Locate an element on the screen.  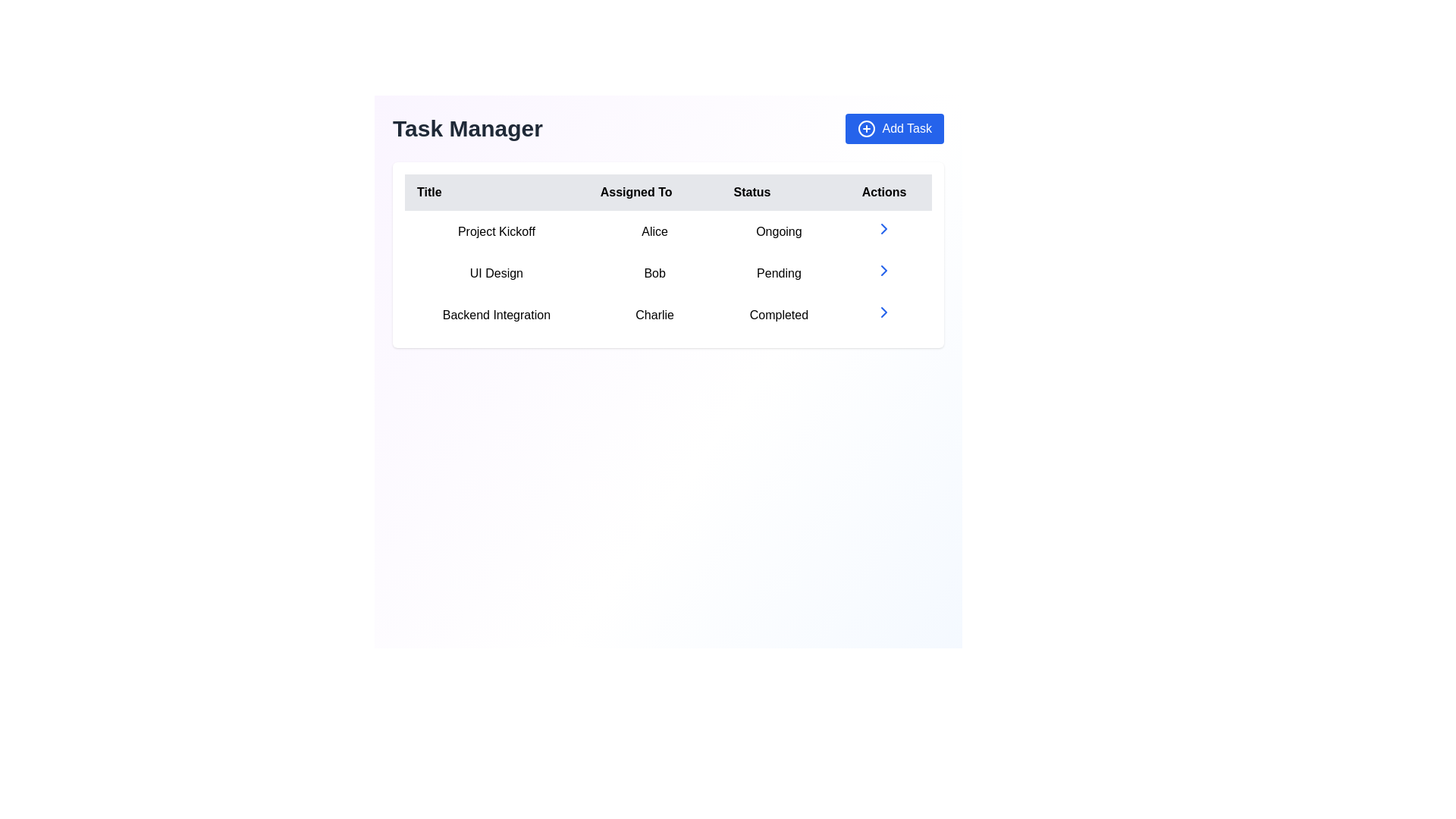
the 'Add Task' button located at the top-right corner of the interface, which features an icon representing the action of adding or creating a new task is located at coordinates (867, 127).